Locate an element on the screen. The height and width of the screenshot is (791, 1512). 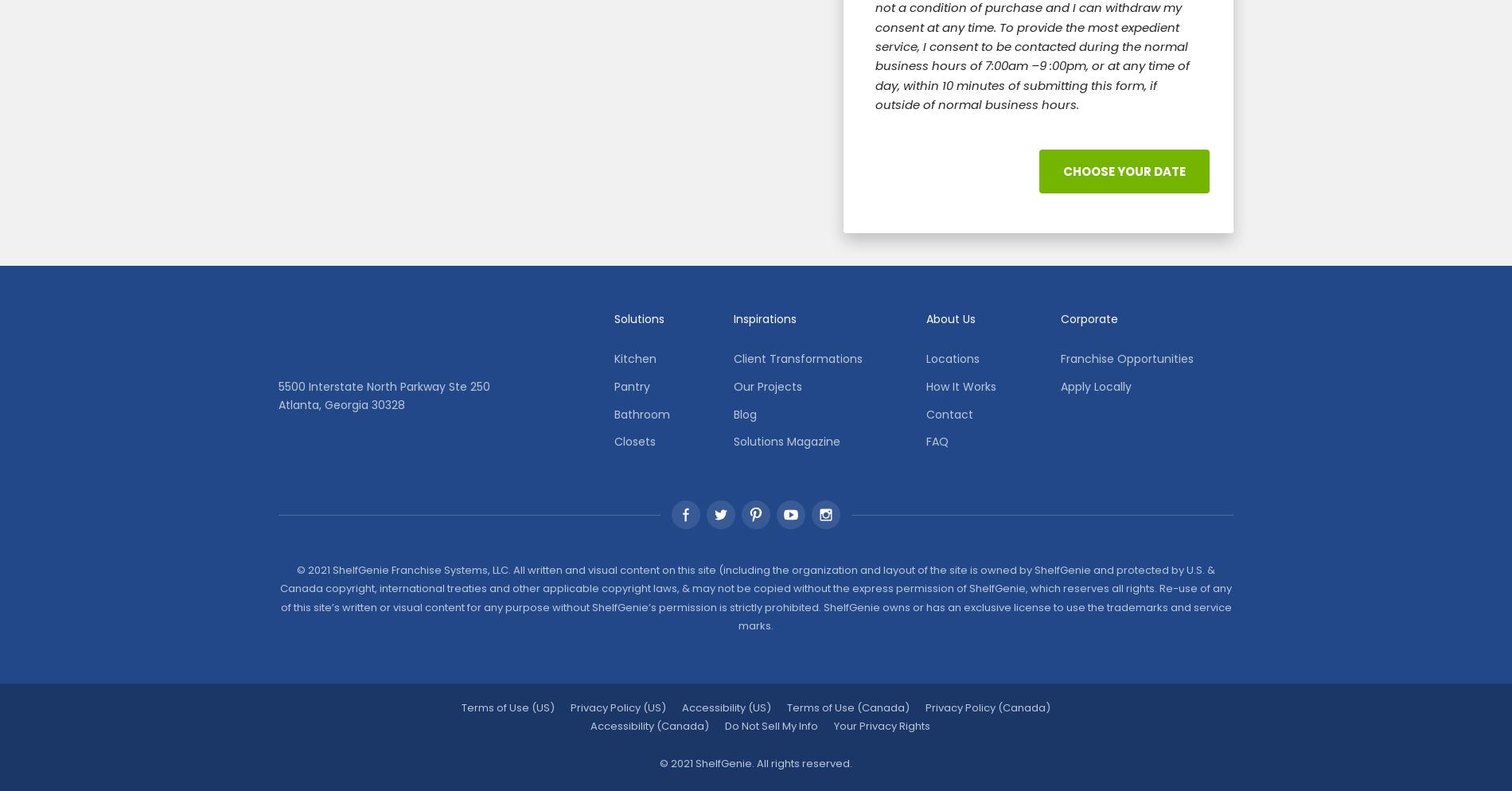
'Corporate' is located at coordinates (1088, 318).